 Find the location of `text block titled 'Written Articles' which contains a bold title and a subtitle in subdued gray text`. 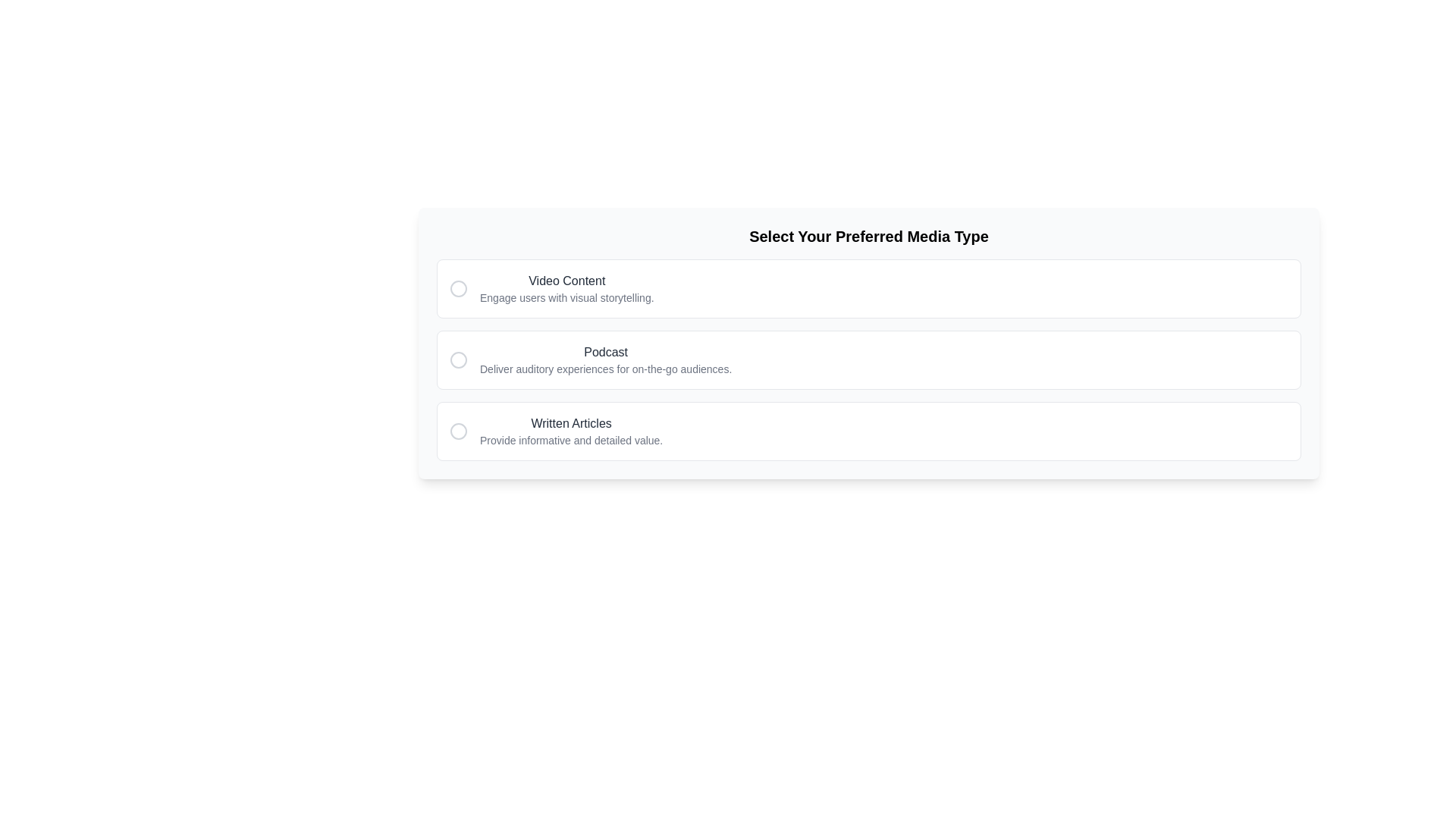

text block titled 'Written Articles' which contains a bold title and a subtitle in subdued gray text is located at coordinates (570, 431).